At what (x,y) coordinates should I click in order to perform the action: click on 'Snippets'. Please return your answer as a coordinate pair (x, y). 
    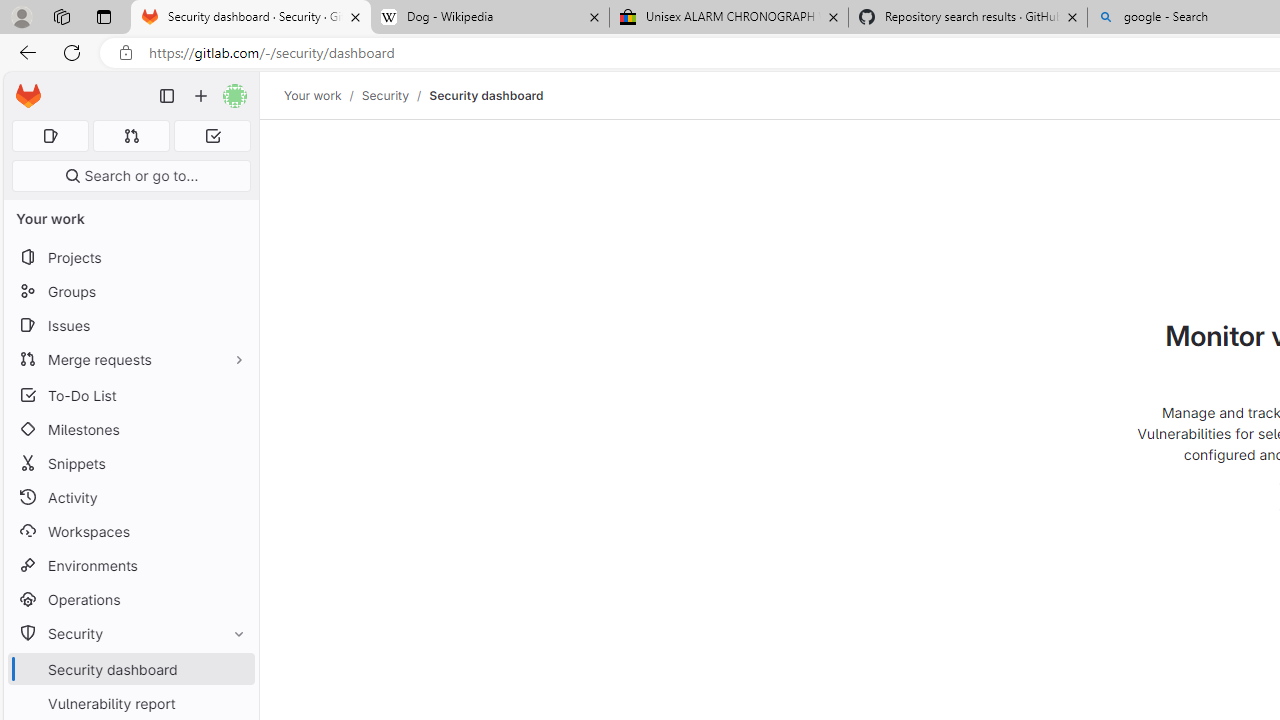
    Looking at the image, I should click on (130, 463).